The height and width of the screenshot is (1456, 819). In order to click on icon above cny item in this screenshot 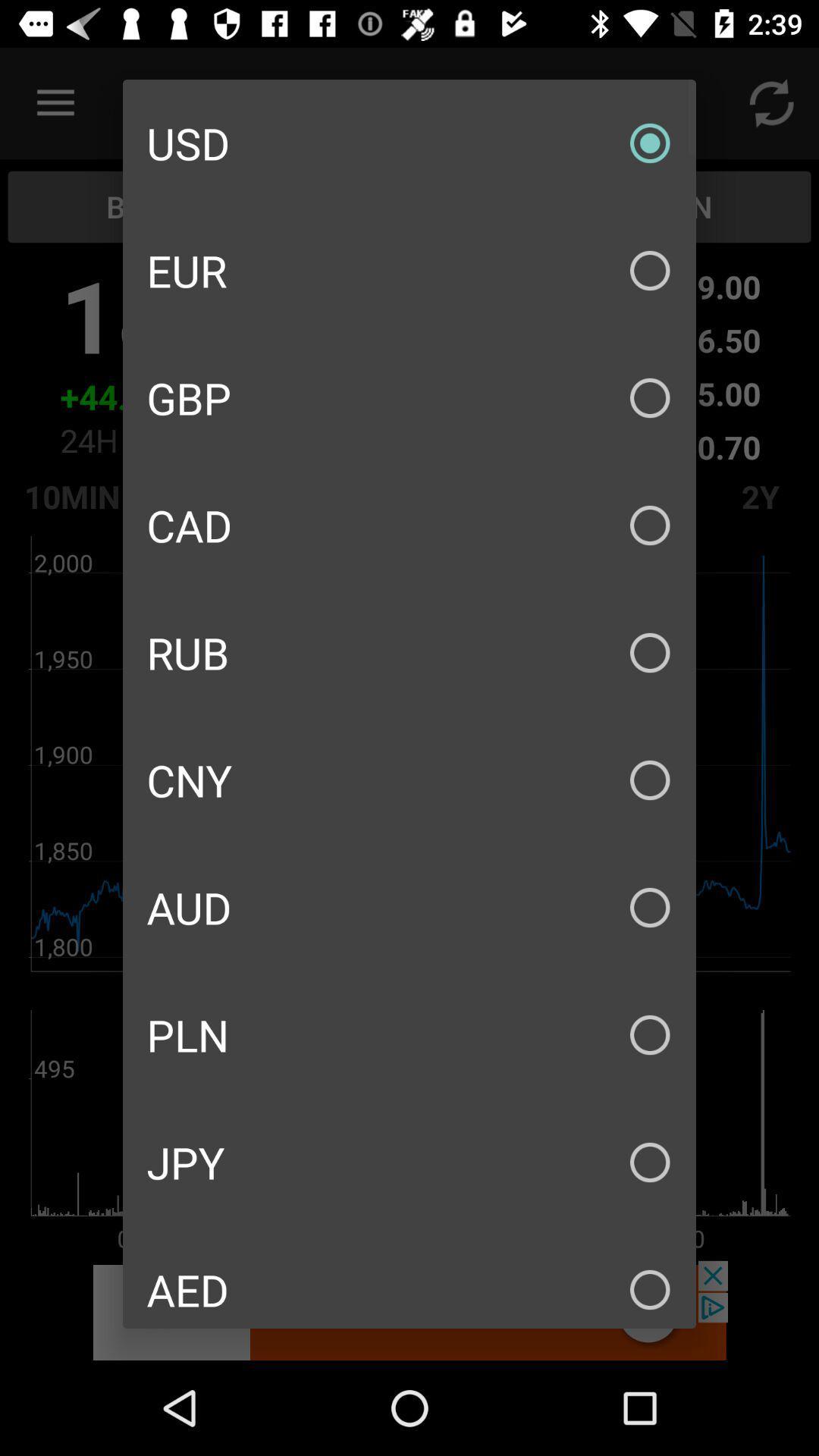, I will do `click(409, 652)`.